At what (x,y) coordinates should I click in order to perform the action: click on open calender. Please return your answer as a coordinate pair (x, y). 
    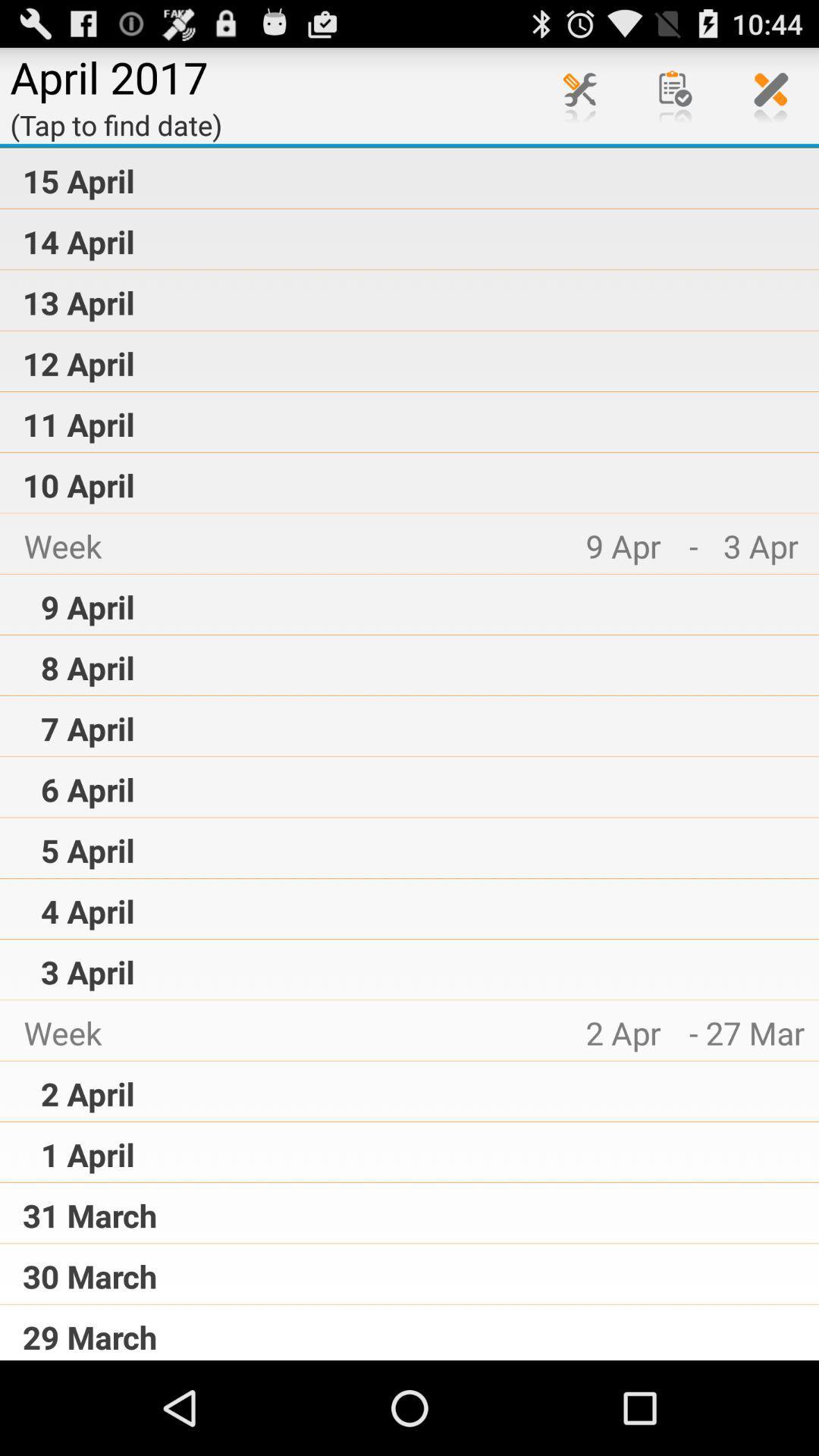
    Looking at the image, I should click on (675, 94).